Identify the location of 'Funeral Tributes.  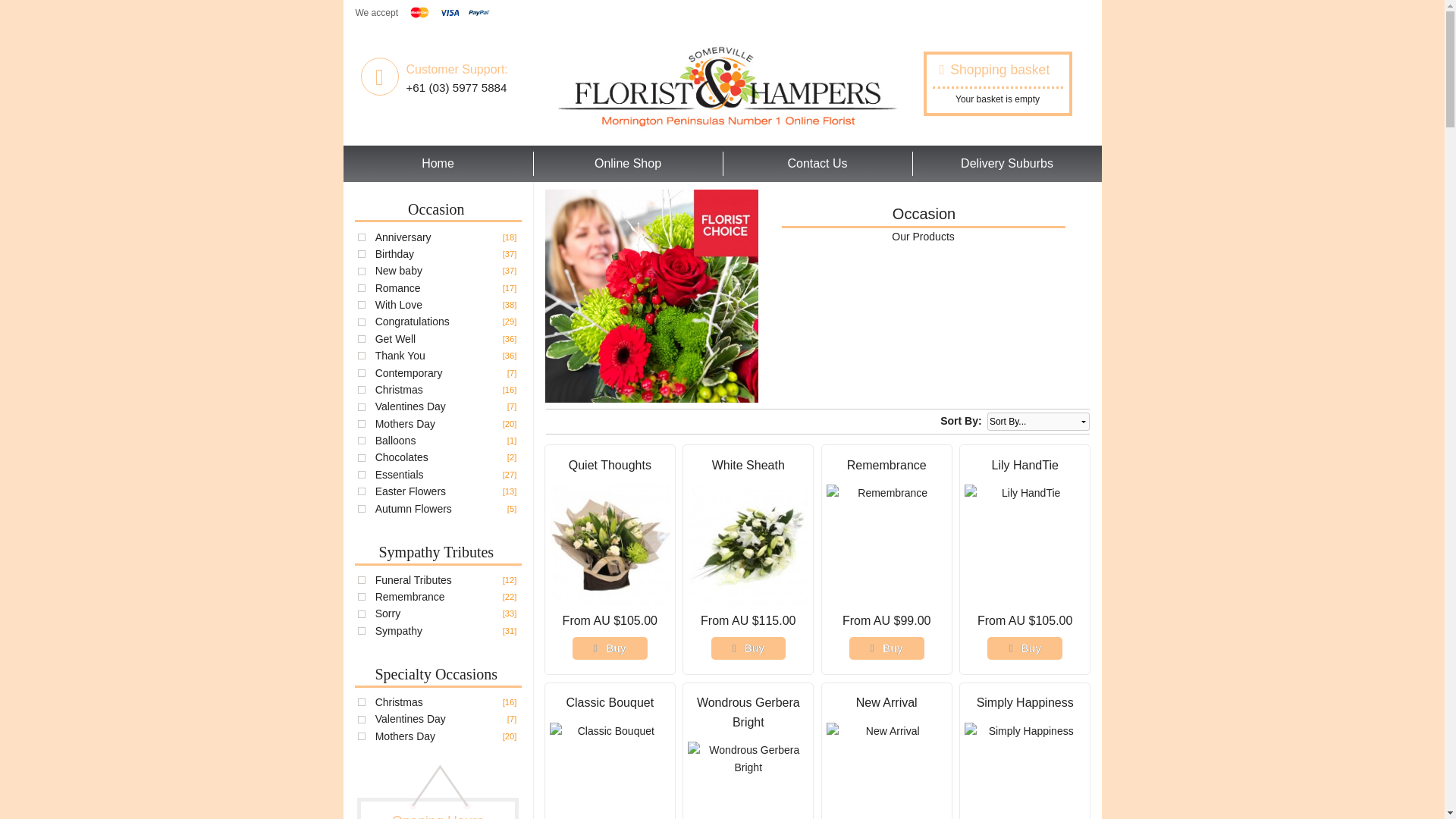
(375, 579).